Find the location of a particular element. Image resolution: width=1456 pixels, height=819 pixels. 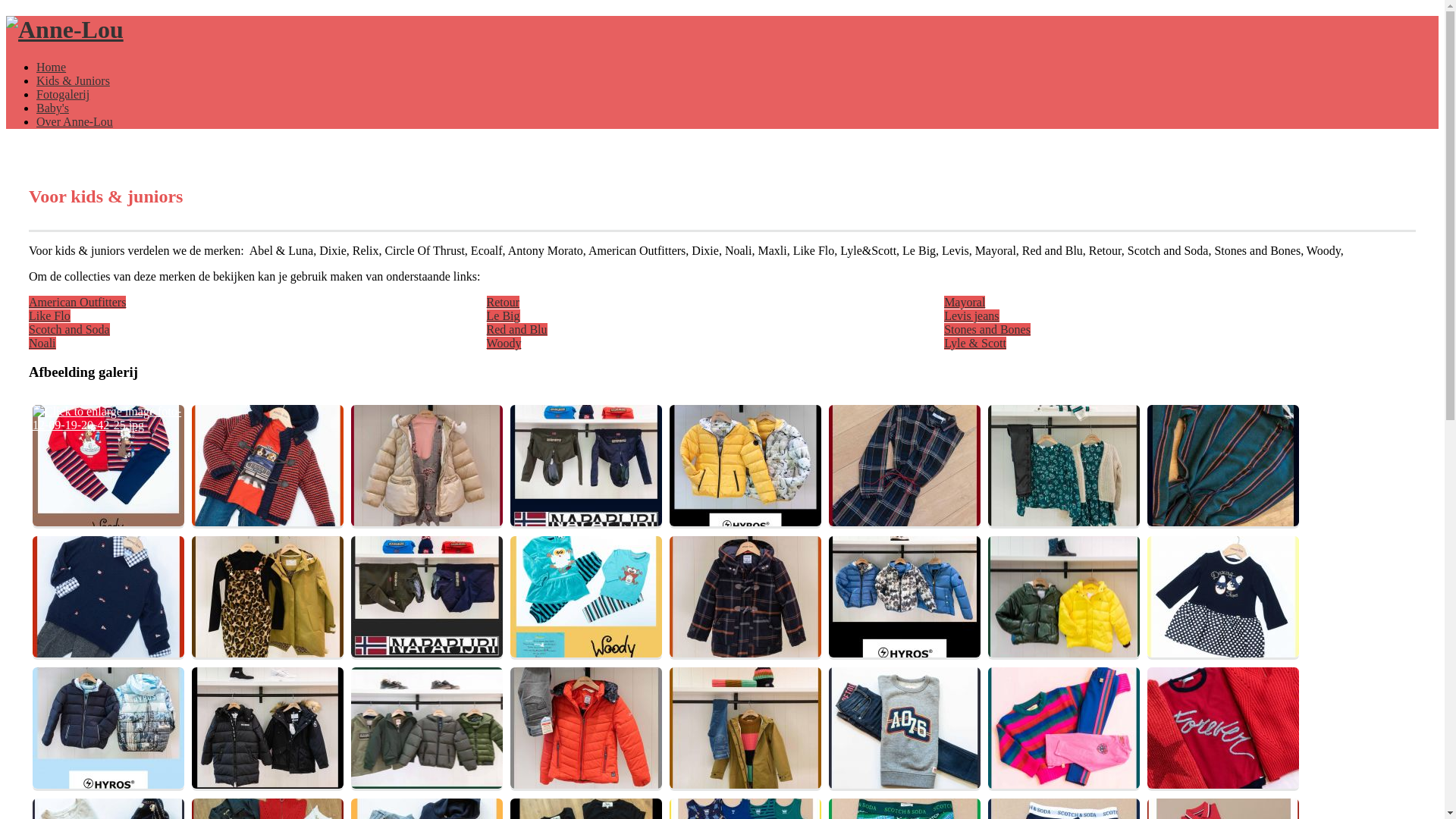

'Kids & Juniors' is located at coordinates (72, 80).